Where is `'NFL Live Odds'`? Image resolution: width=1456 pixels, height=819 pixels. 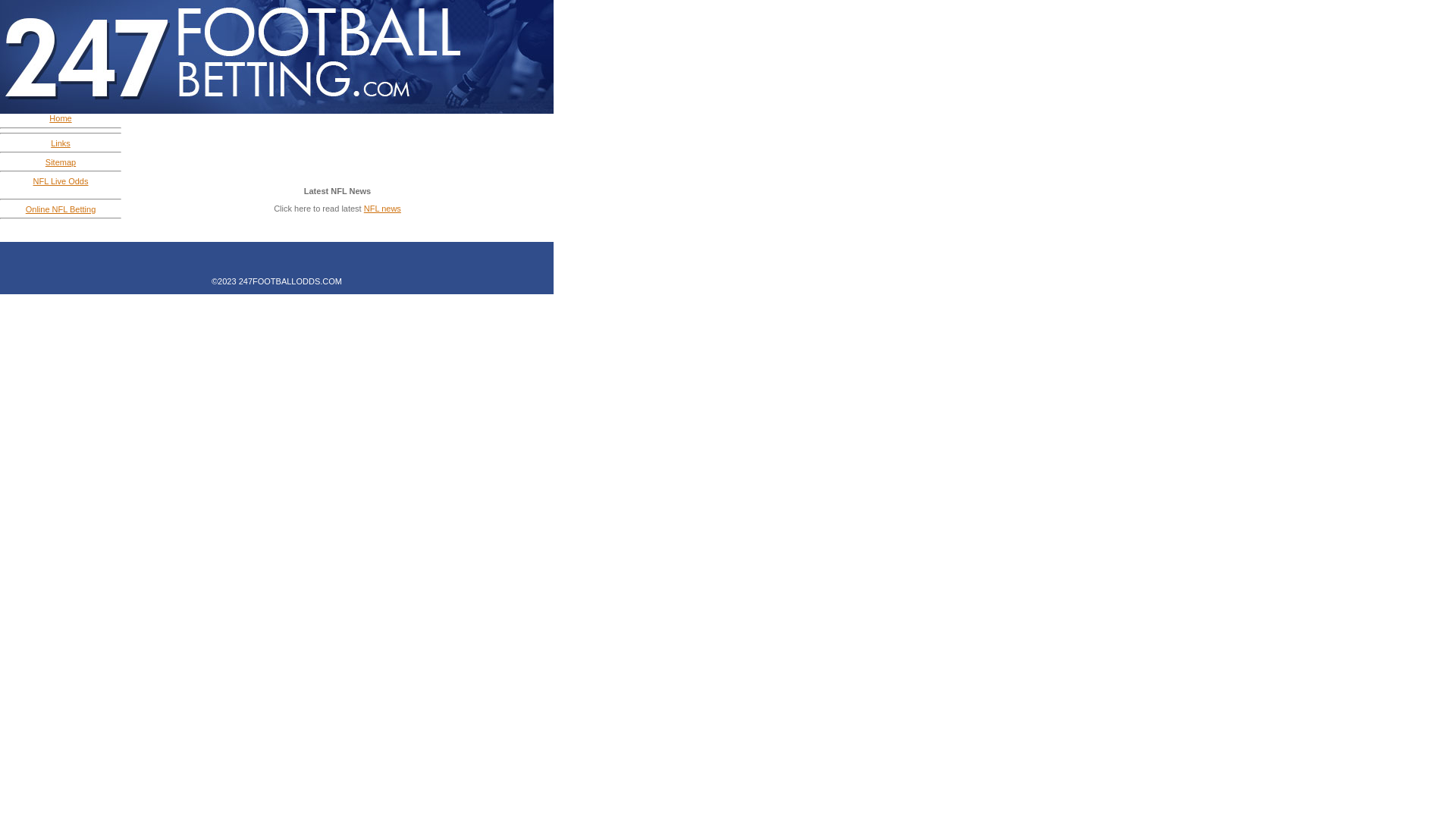
'NFL Live Odds' is located at coordinates (61, 180).